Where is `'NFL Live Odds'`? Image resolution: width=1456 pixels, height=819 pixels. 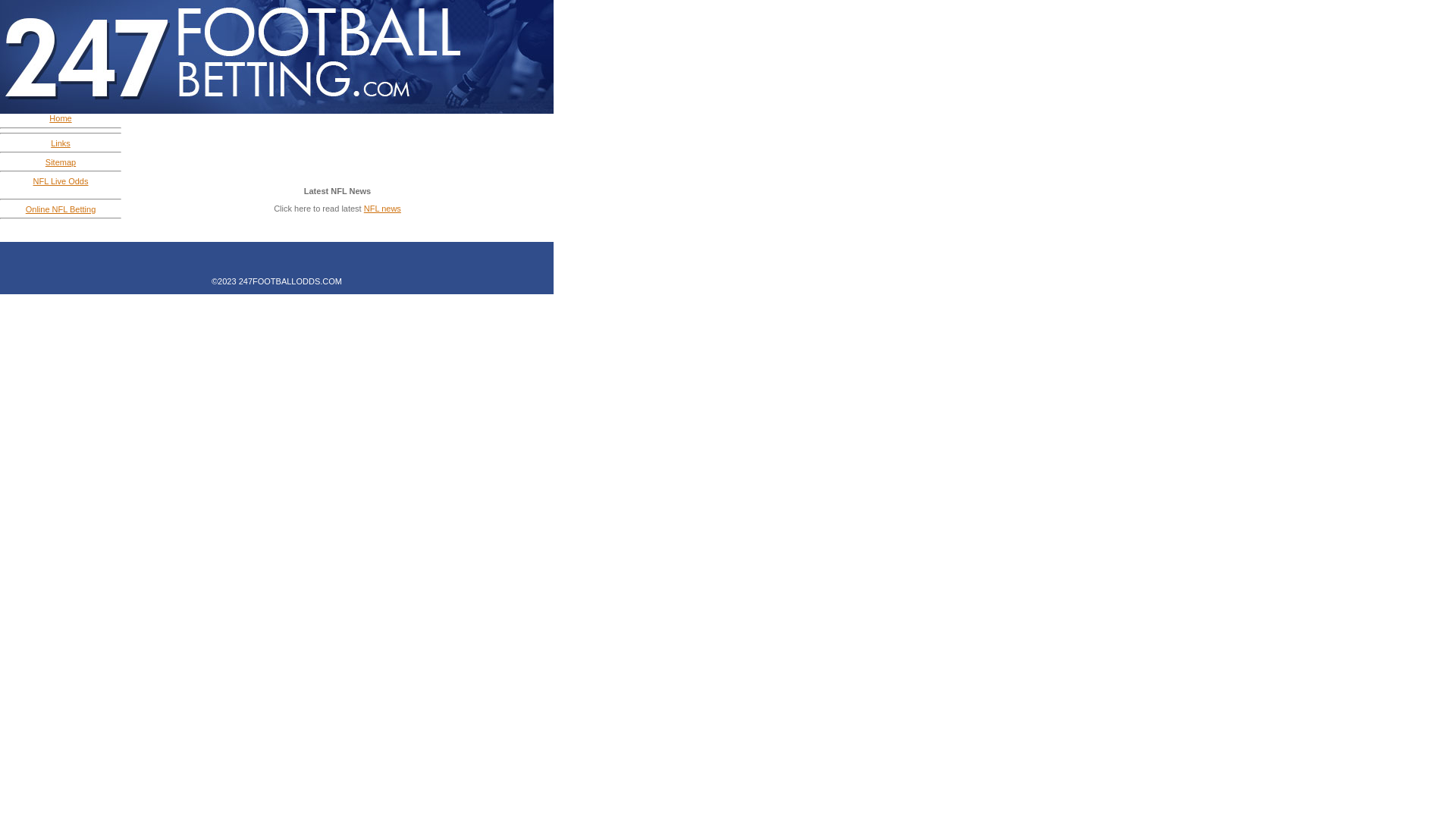
'NFL Live Odds' is located at coordinates (61, 180).